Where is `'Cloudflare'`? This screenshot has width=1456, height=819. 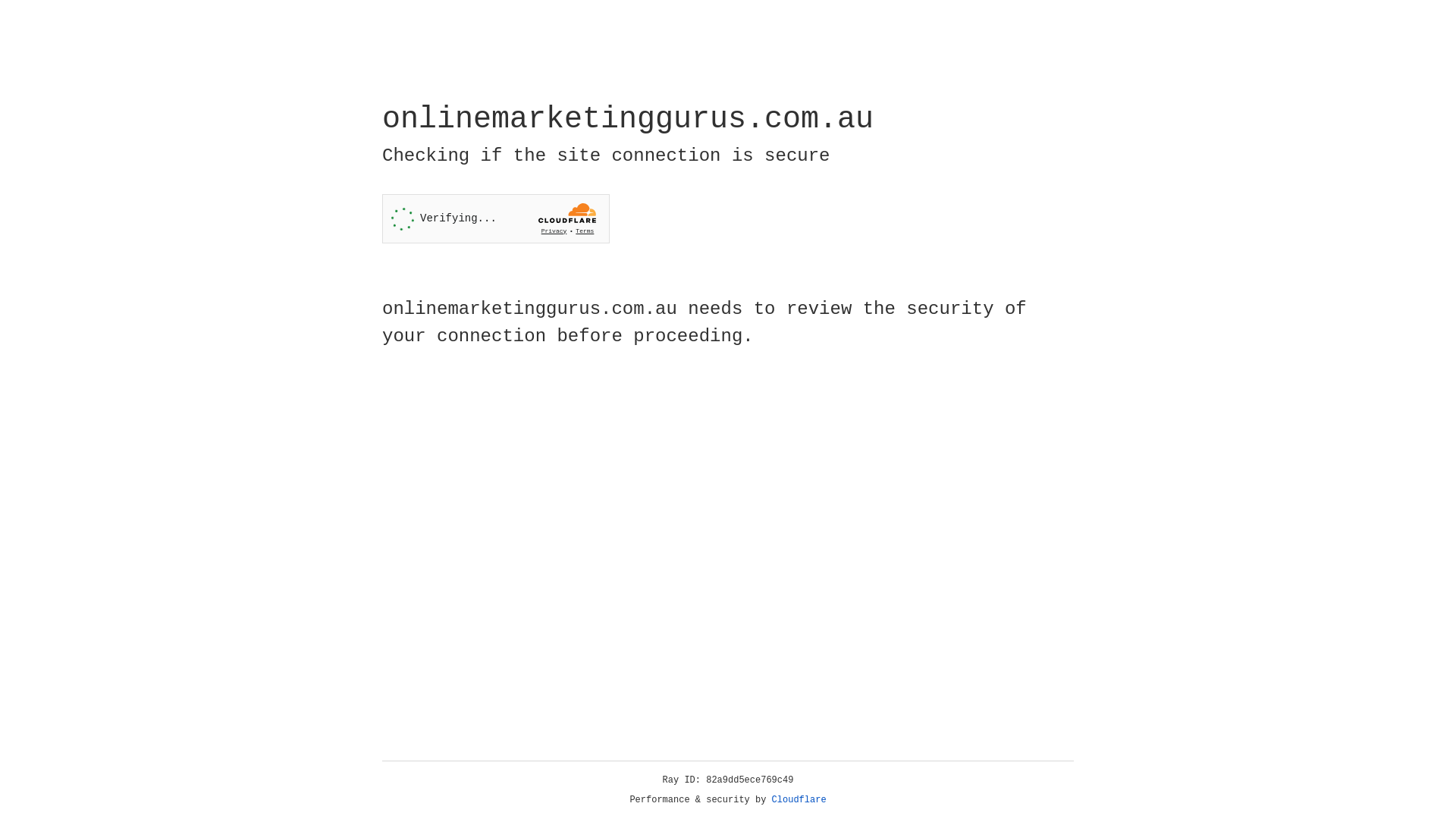 'Cloudflare' is located at coordinates (799, 799).